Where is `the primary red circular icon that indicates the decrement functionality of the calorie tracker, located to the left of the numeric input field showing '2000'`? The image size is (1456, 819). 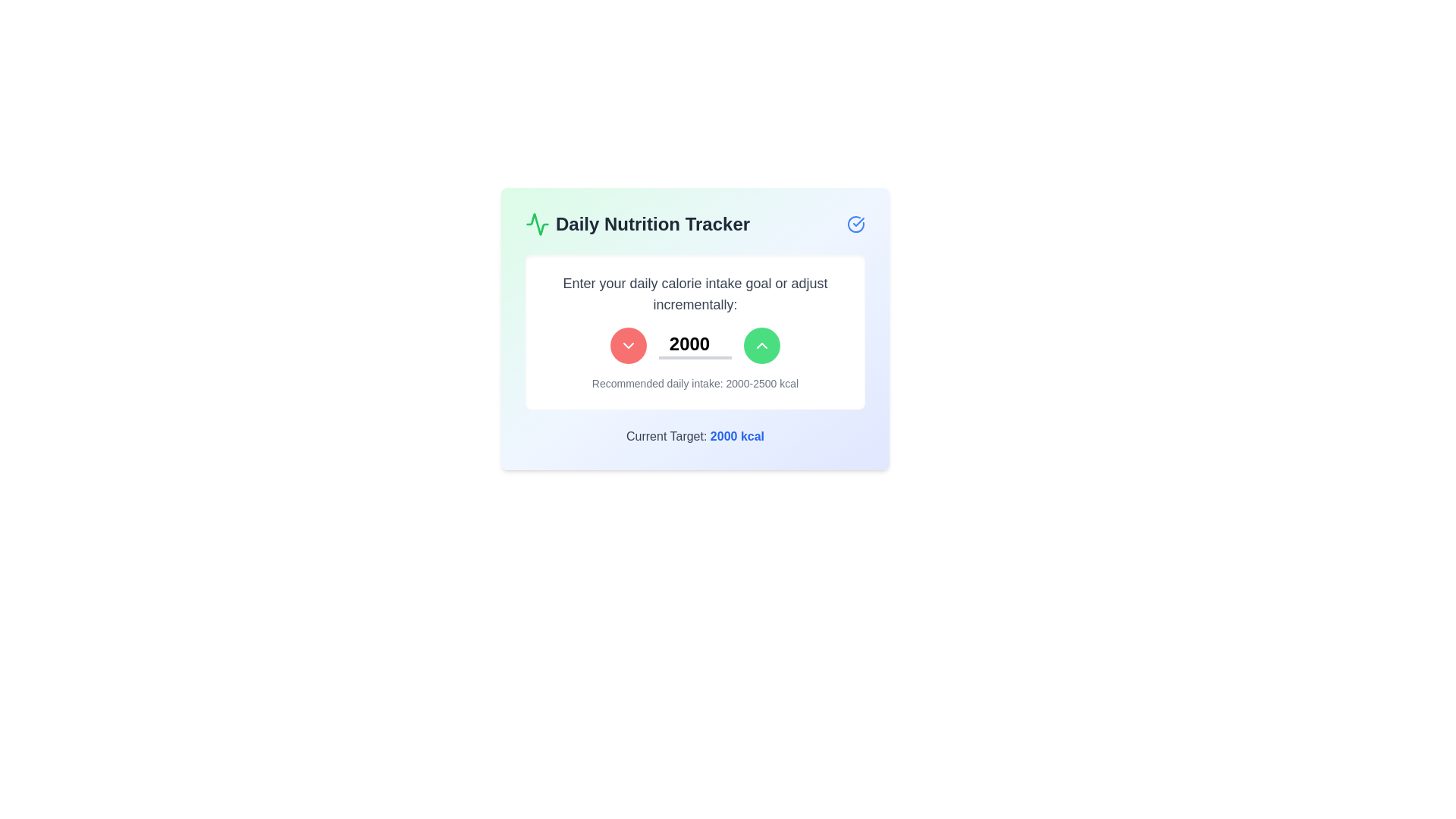 the primary red circular icon that indicates the decrement functionality of the calorie tracker, located to the left of the numeric input field showing '2000' is located at coordinates (629, 345).